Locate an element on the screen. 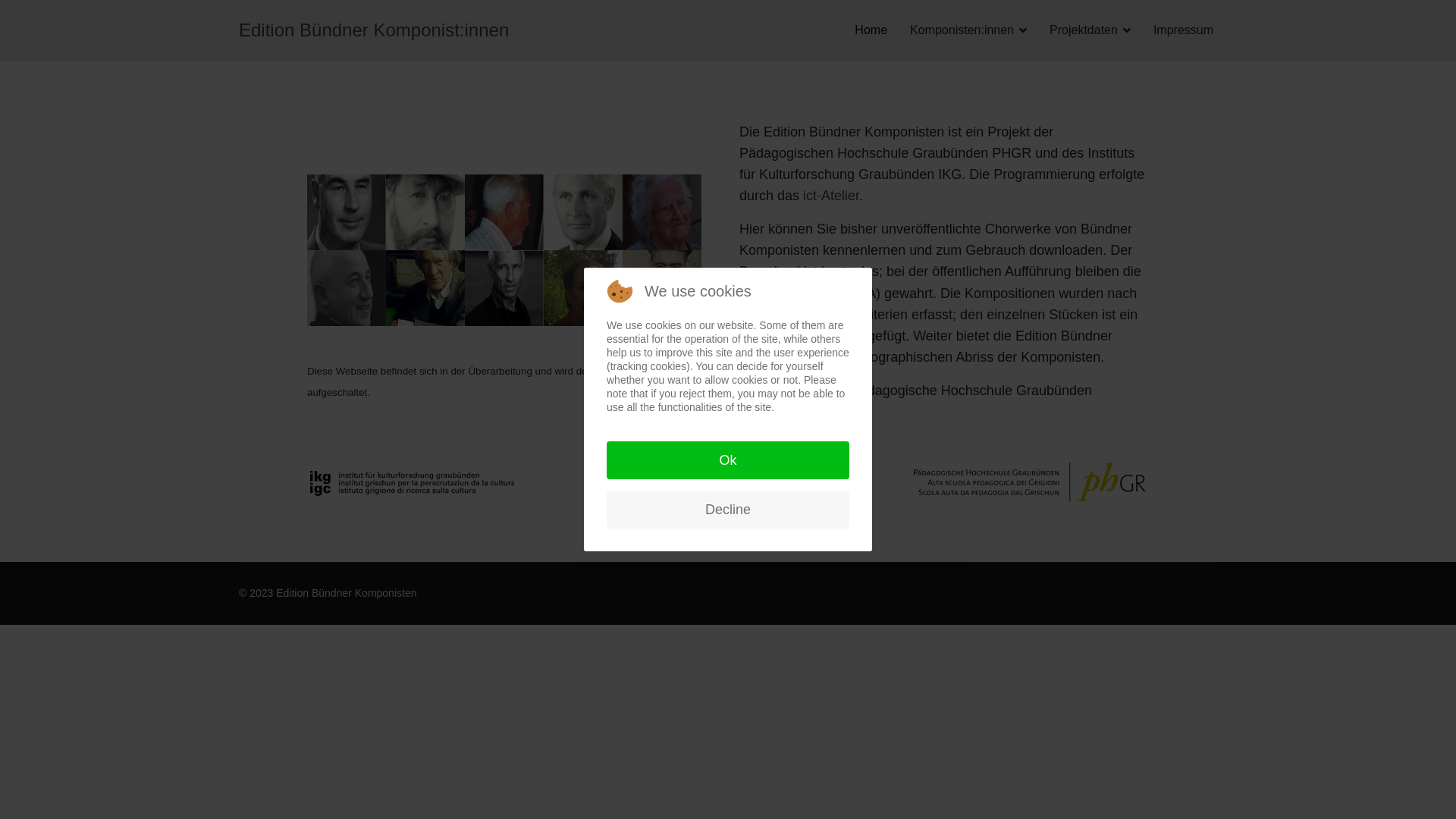  'Projektdaten' is located at coordinates (1037, 30).